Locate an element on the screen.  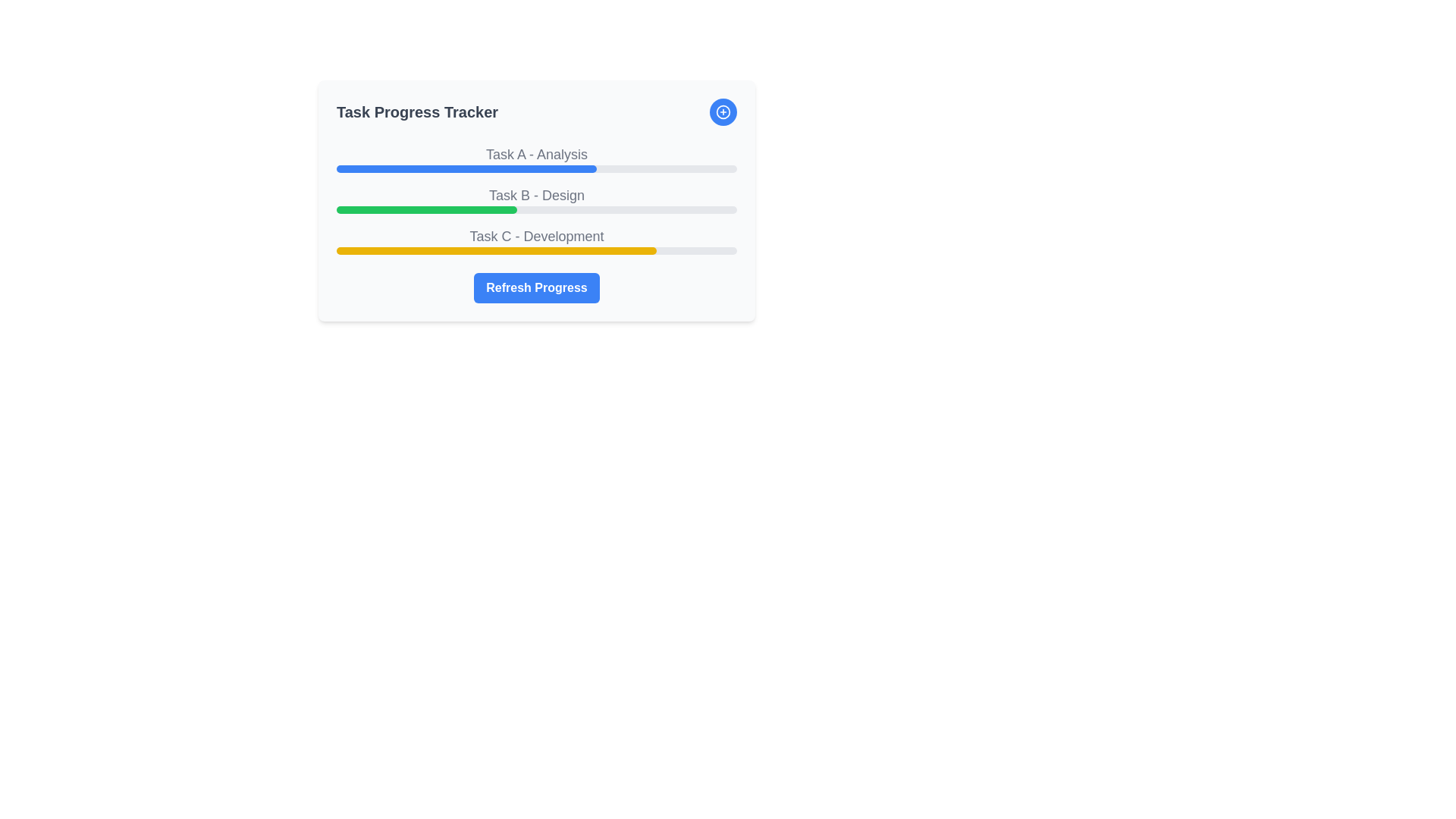
text content of the Text Label element displaying 'Task Progress Tracker', which is styled in bold and located at the top of a box containing progress bars and a button is located at coordinates (417, 111).